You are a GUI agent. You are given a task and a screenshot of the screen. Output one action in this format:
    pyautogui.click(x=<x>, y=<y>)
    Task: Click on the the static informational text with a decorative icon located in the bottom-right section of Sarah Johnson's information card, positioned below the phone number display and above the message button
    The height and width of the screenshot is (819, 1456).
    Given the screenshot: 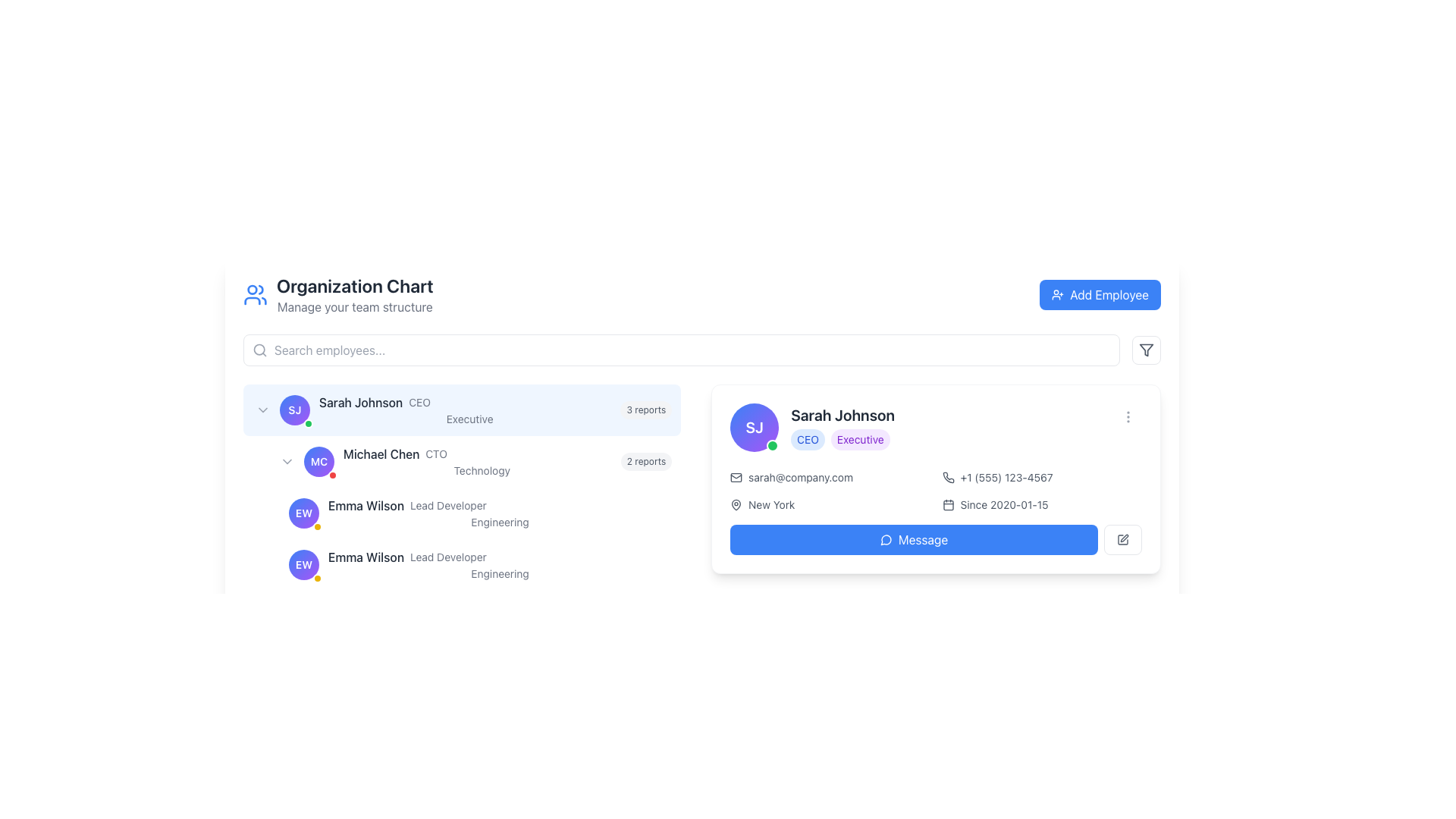 What is the action you would take?
    pyautogui.click(x=1041, y=505)
    